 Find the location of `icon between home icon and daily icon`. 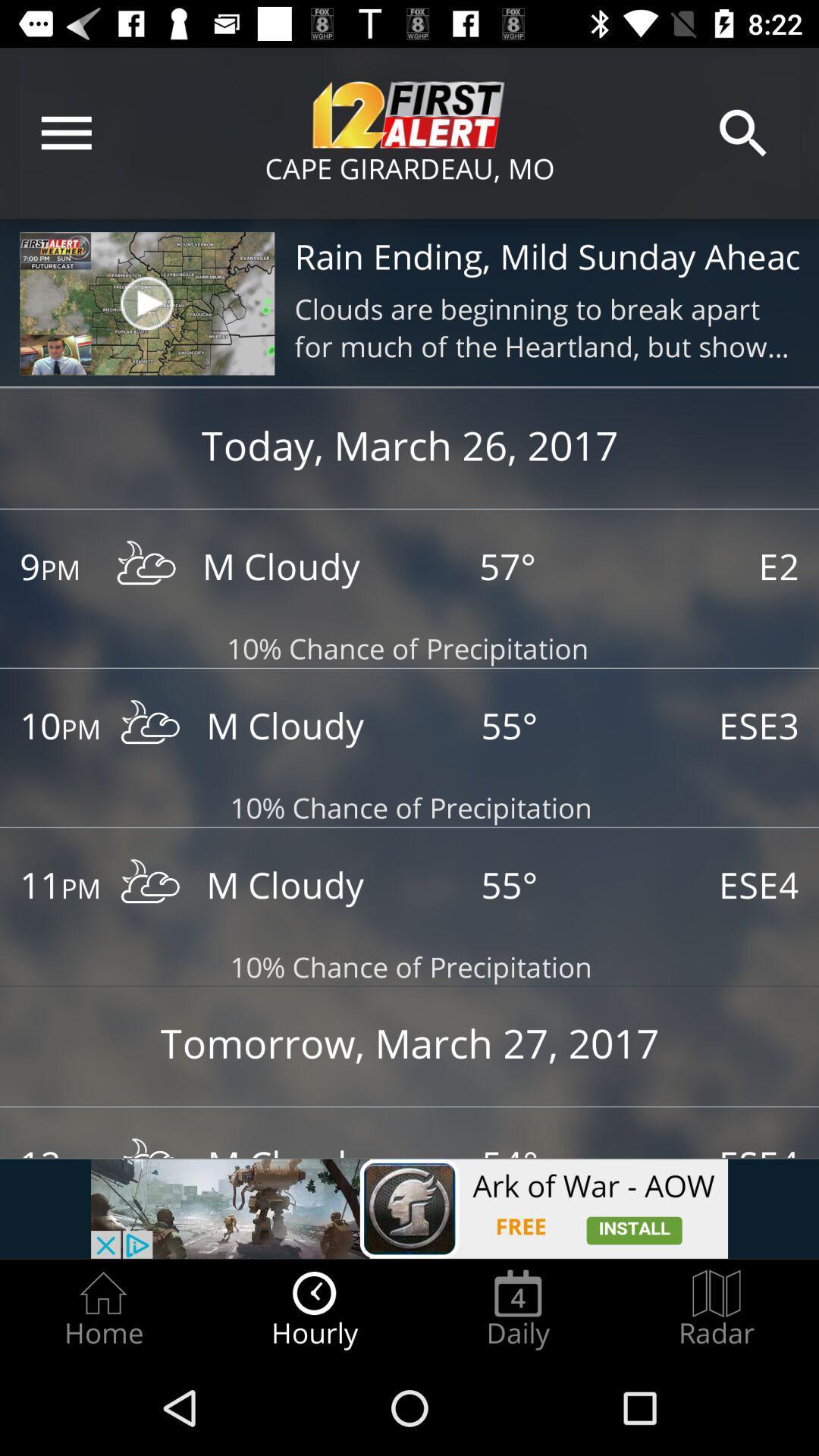

icon between home icon and daily icon is located at coordinates (314, 1309).